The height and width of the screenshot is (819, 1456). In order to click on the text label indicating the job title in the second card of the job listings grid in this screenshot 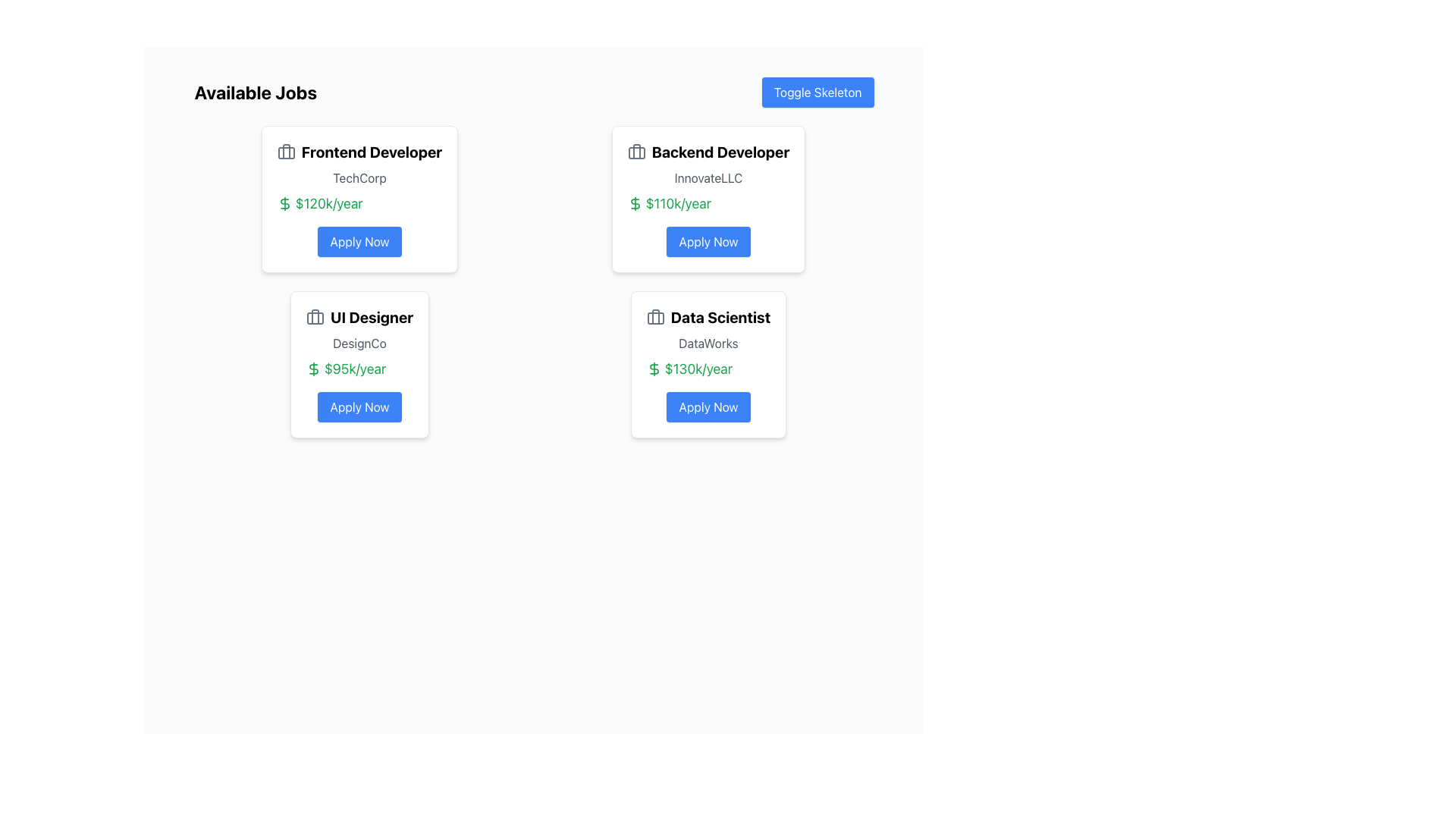, I will do `click(359, 317)`.